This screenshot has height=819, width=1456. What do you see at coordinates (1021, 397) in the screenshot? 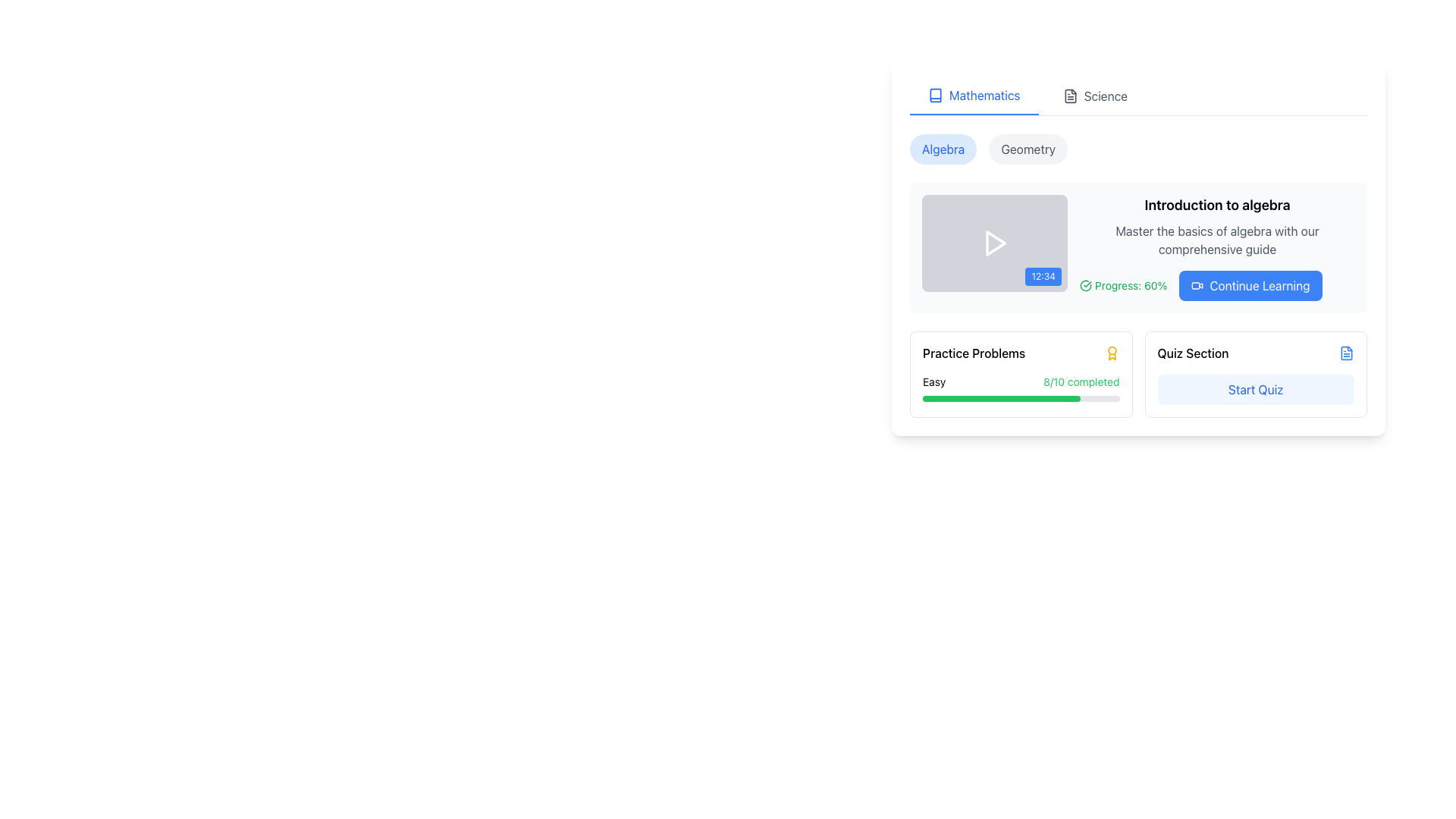
I see `progress bar representing the completion of the 'Easy' task in 'Practice Problems', which shows 8 out of 10 completed` at bounding box center [1021, 397].